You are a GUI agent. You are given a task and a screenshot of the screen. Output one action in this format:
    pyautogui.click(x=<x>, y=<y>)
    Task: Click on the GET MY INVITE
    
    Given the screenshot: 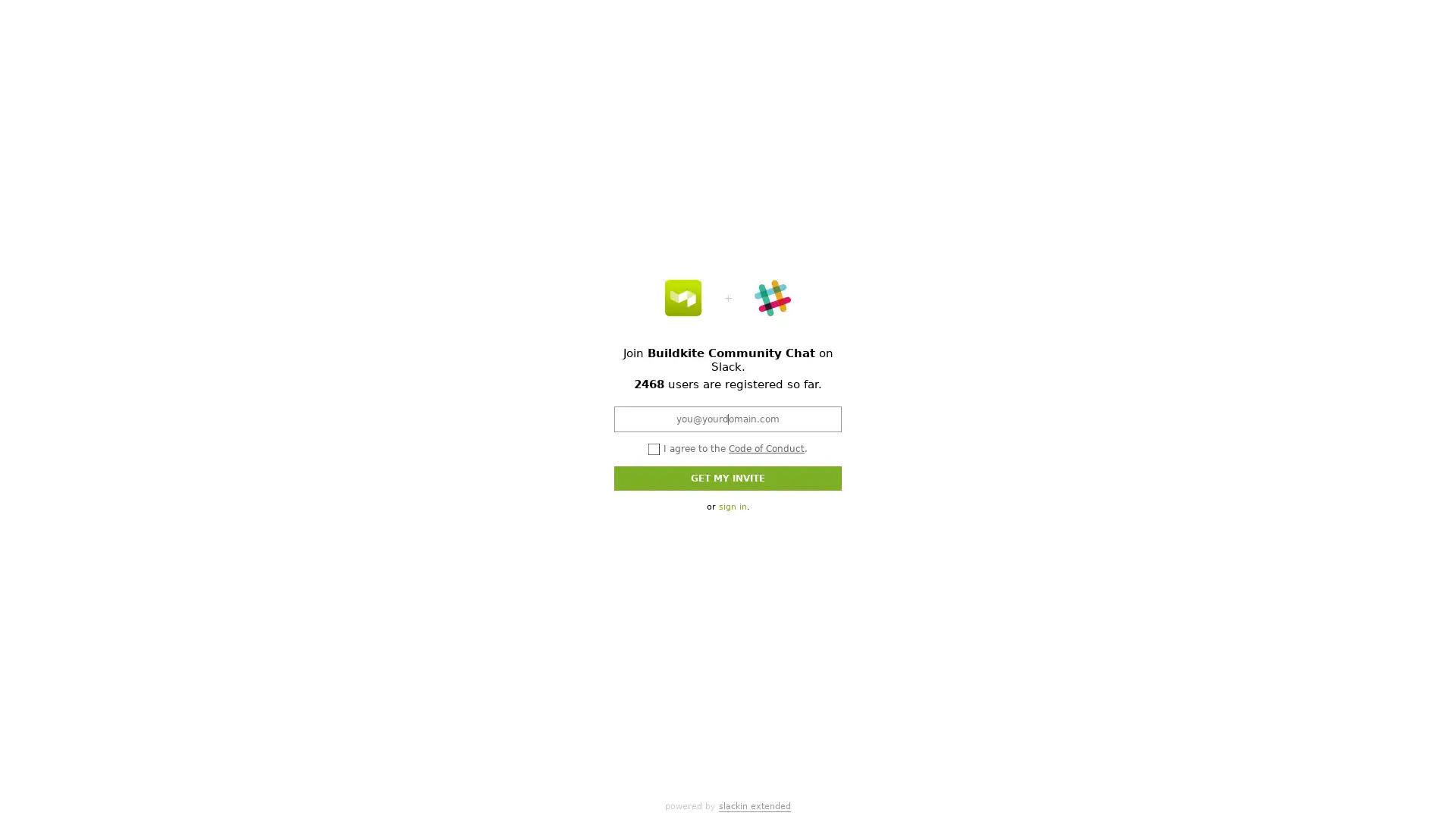 What is the action you would take?
    pyautogui.click(x=728, y=476)
    